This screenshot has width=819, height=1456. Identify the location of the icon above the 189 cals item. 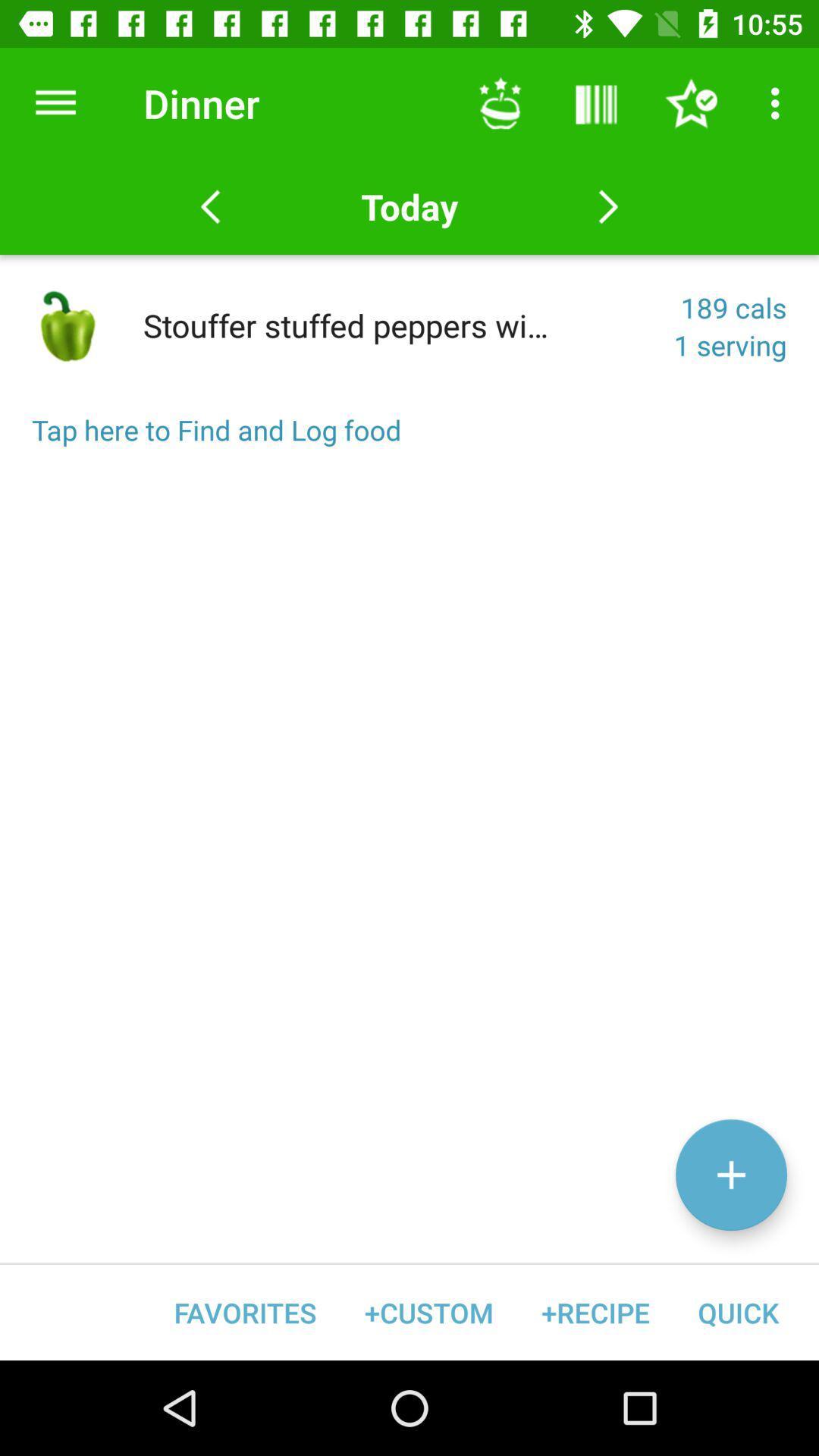
(409, 206).